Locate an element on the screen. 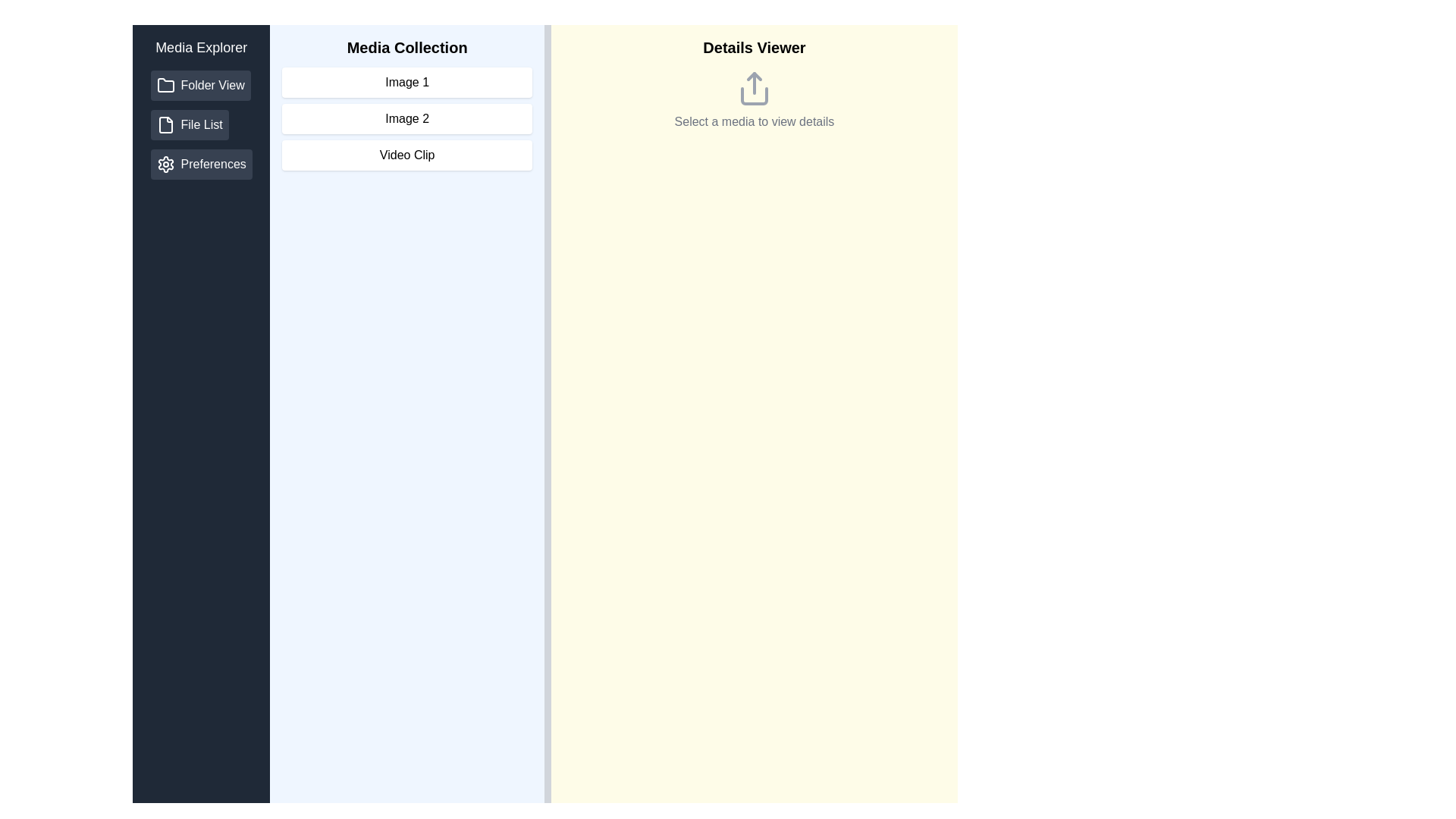  the 'File List' icon in the 'Media Explorer' sidebar menu is located at coordinates (165, 124).